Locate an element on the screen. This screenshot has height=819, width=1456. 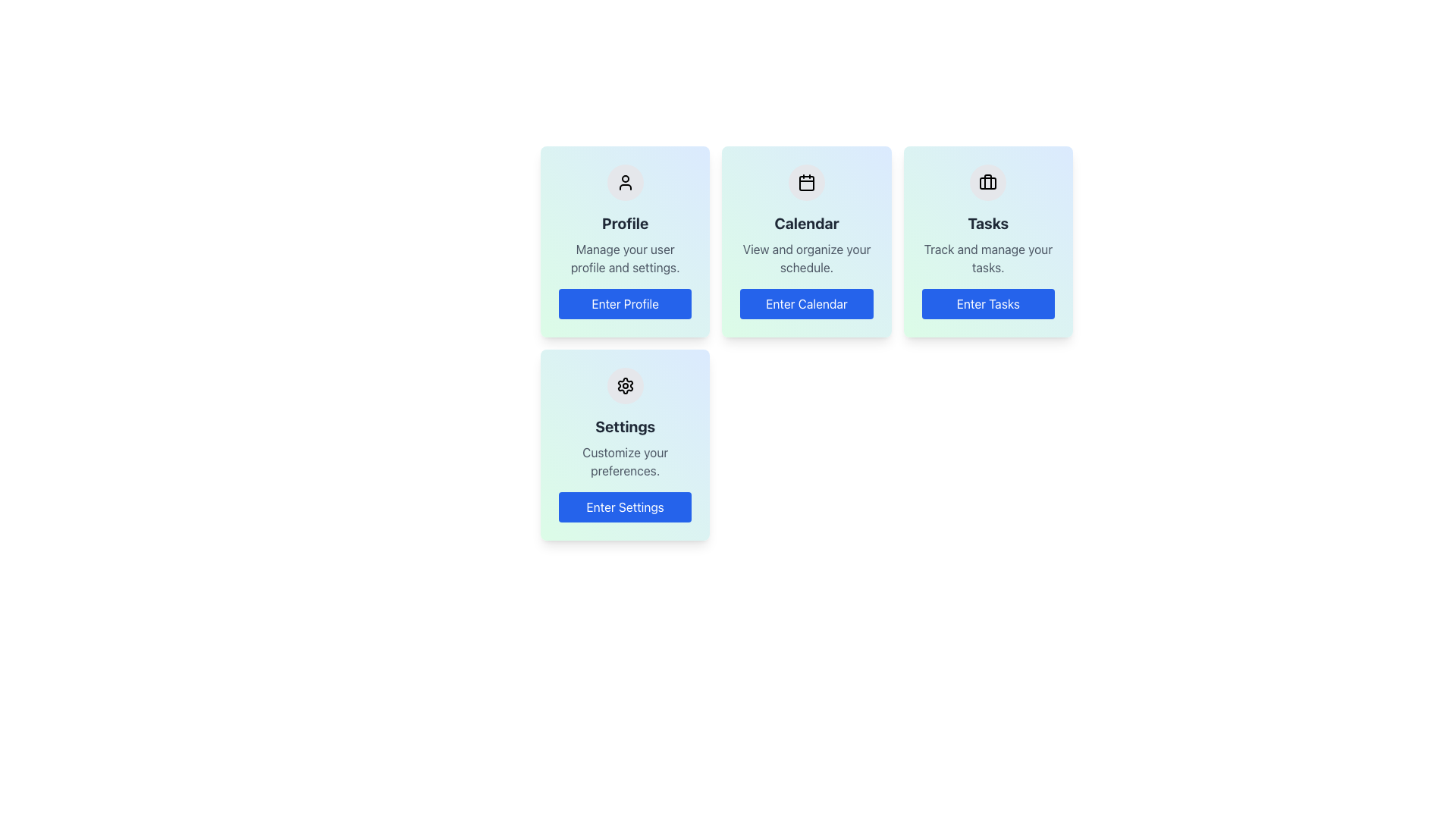
the circular settings icon with a light gray background and black outline, which contains a gear symbol at its center, located within the 'Settings' card component is located at coordinates (625, 385).